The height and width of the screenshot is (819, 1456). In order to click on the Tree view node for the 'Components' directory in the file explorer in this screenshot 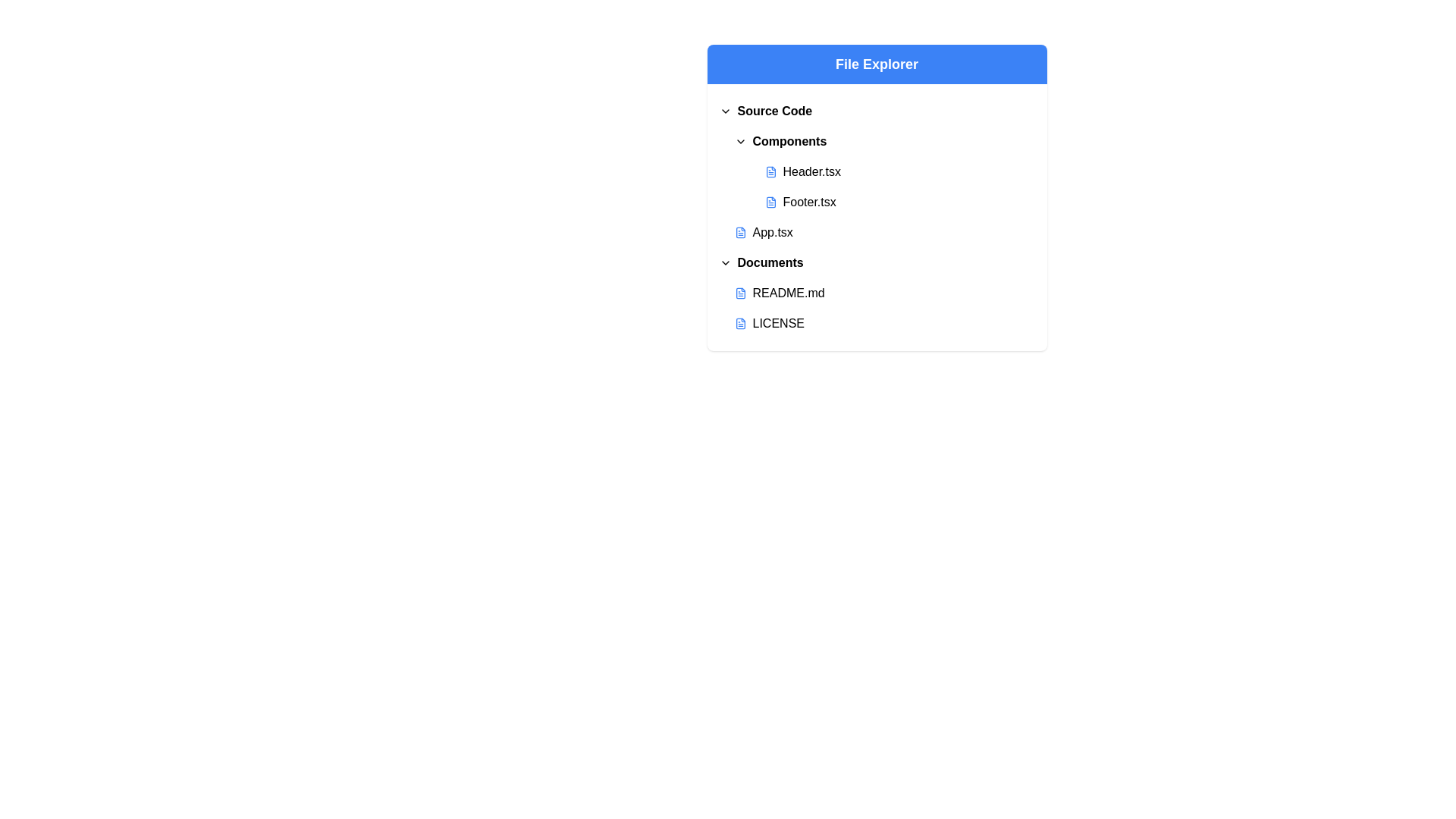, I will do `click(877, 171)`.